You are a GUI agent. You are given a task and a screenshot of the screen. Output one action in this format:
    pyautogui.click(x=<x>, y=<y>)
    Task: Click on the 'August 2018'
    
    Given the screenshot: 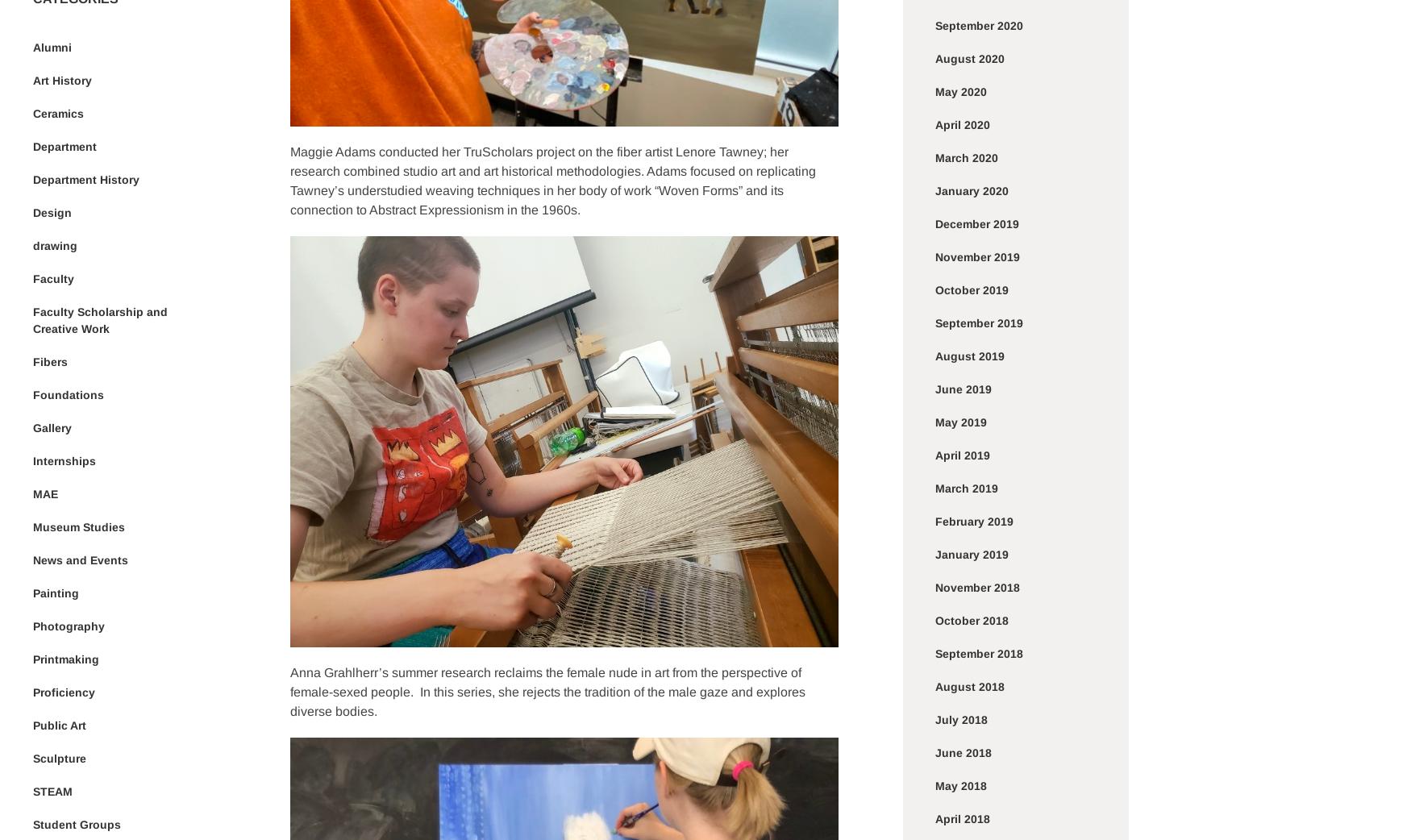 What is the action you would take?
    pyautogui.click(x=969, y=687)
    